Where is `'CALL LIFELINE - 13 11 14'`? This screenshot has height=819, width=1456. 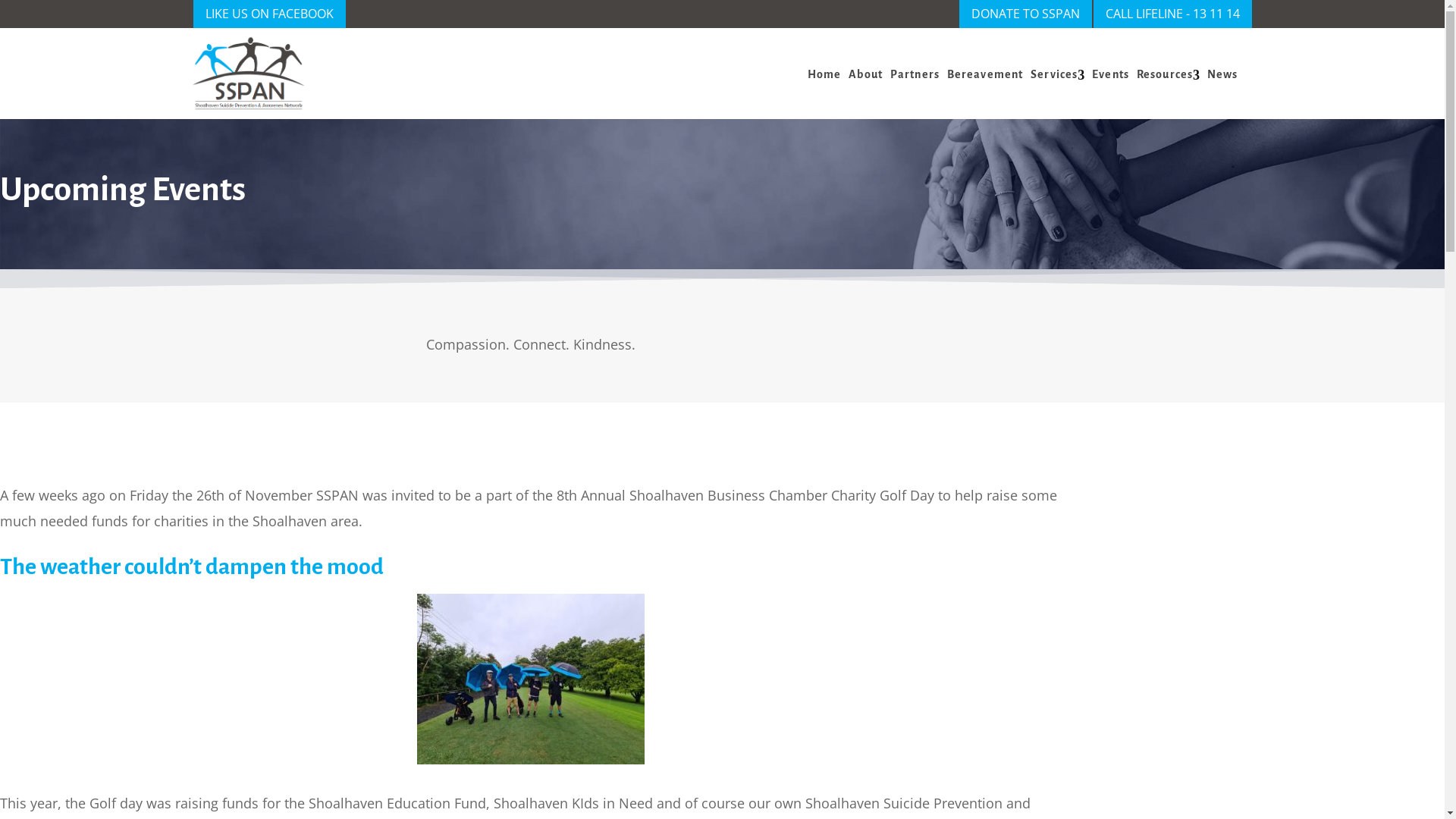
'CALL LIFELINE - 13 11 14' is located at coordinates (1172, 14).